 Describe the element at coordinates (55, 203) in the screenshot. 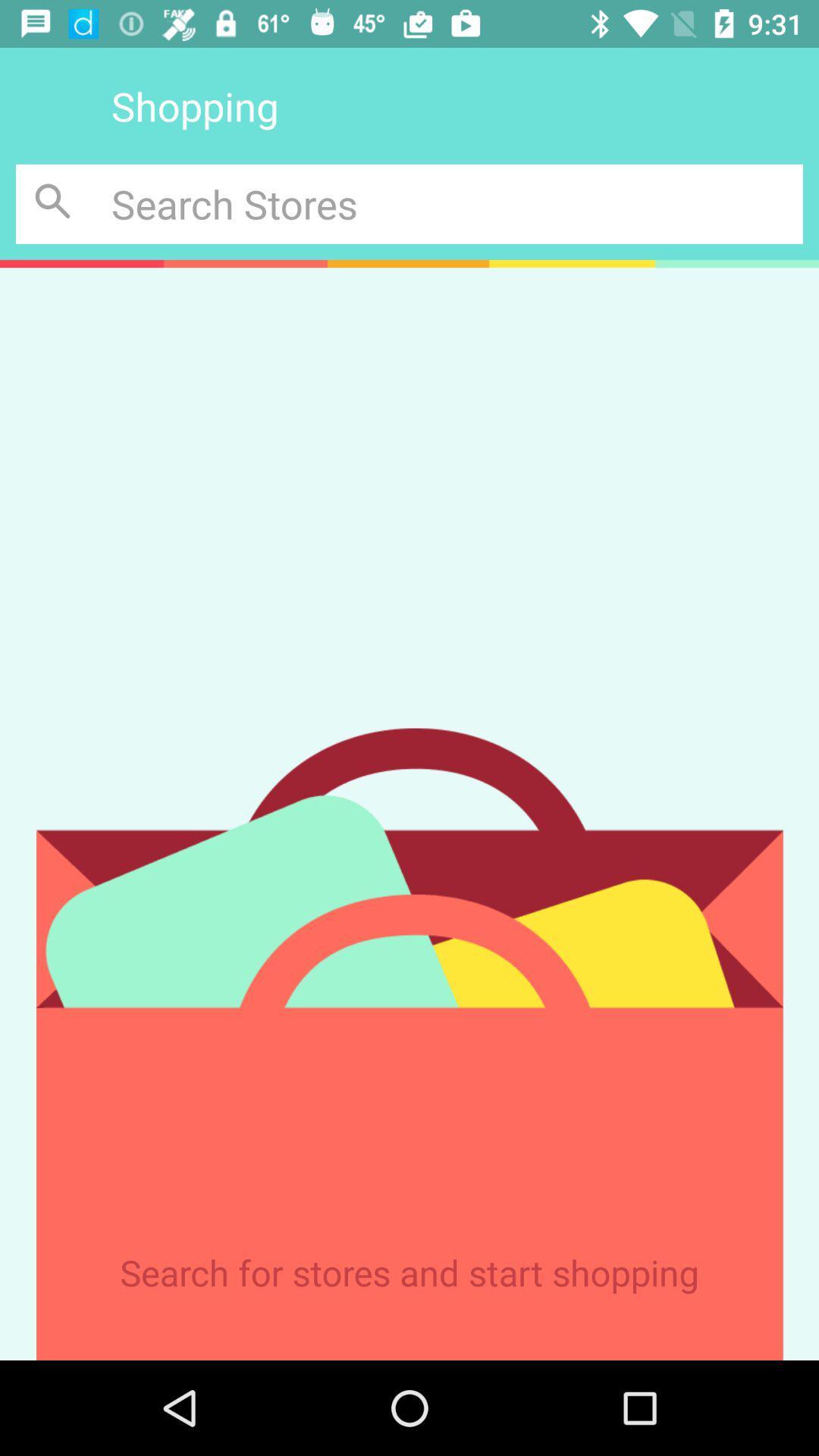

I see `the search icon` at that location.